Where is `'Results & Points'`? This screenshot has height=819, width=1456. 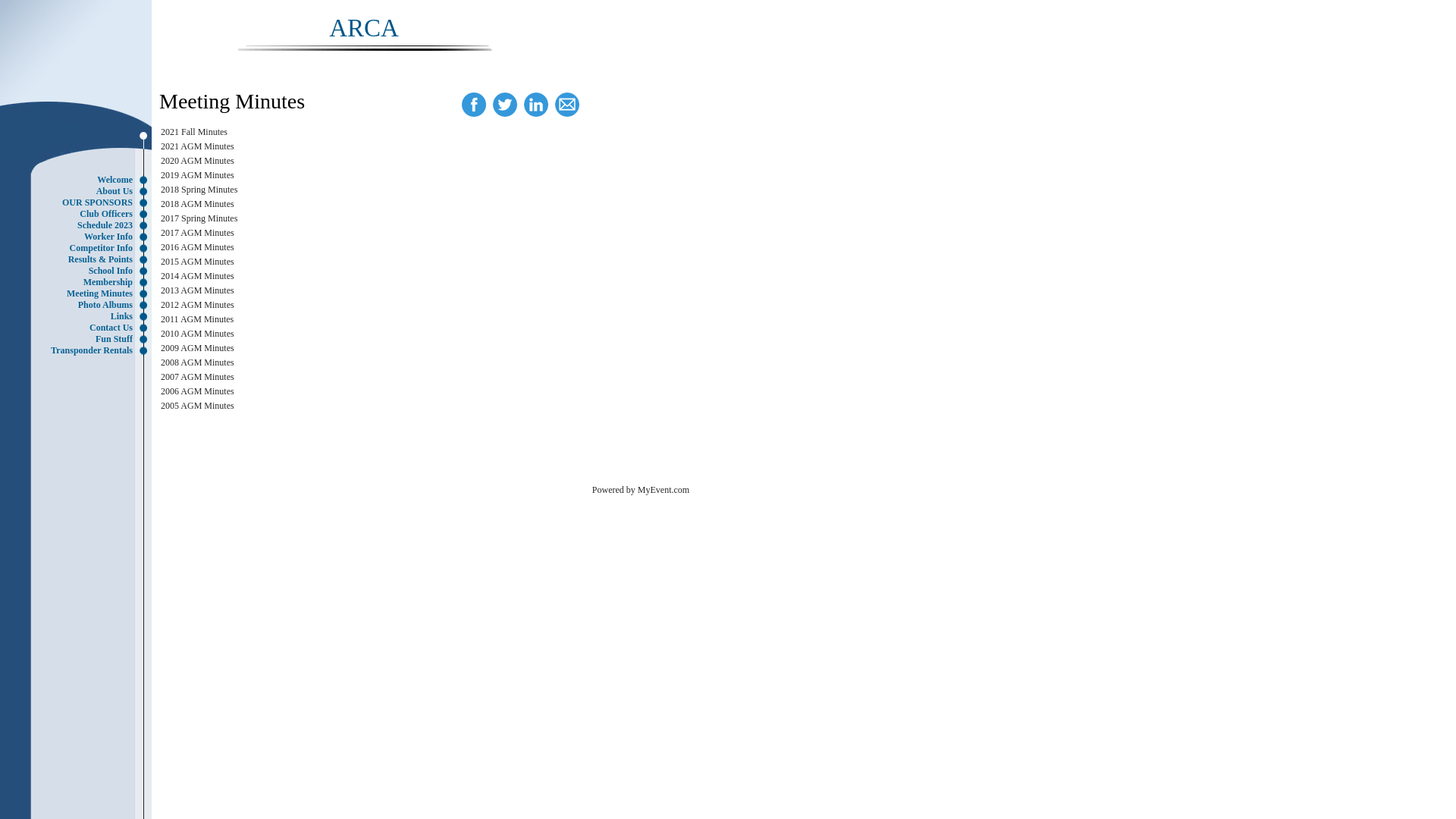
'Results & Points' is located at coordinates (79, 259).